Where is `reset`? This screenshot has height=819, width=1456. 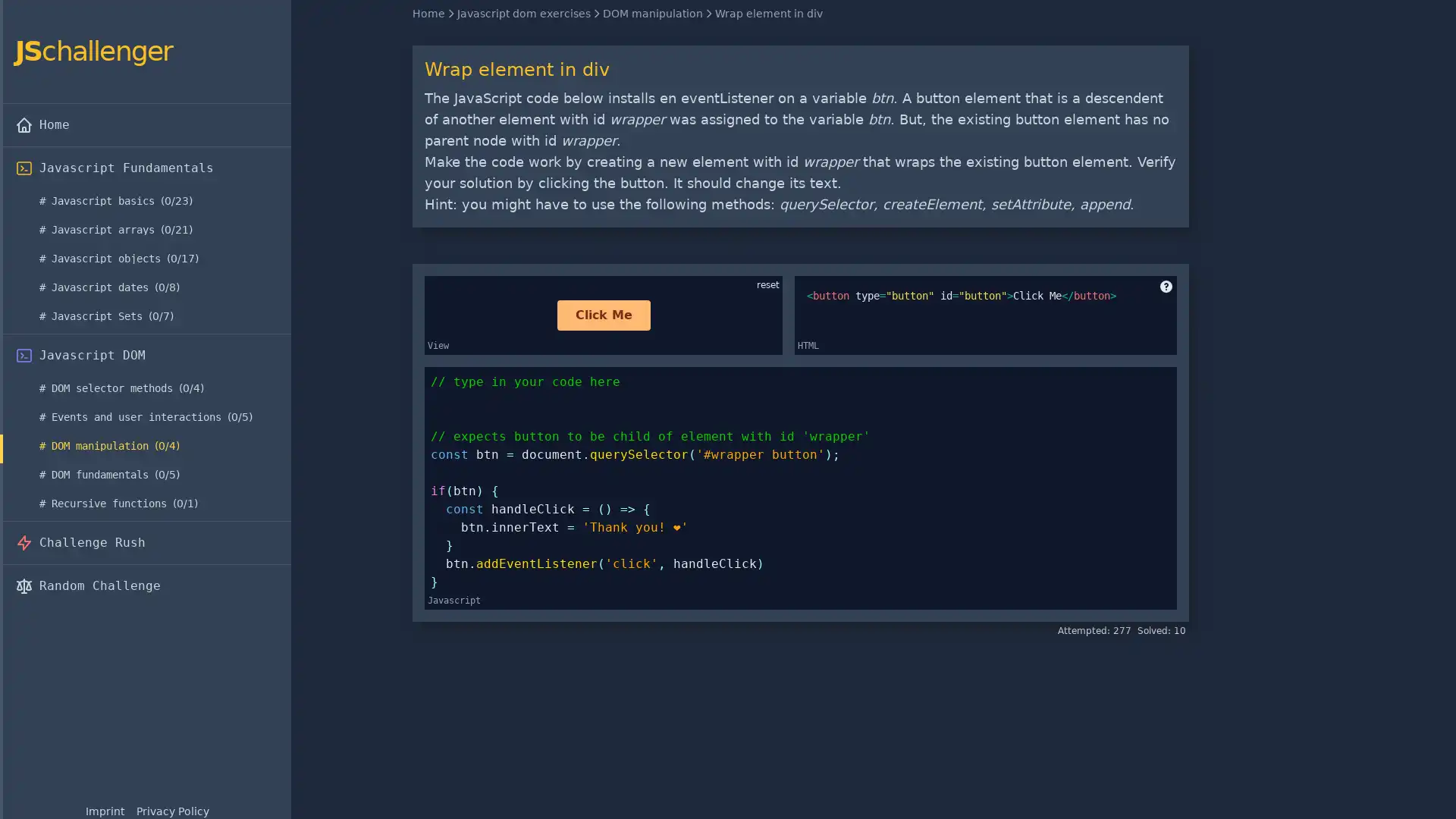 reset is located at coordinates (767, 284).